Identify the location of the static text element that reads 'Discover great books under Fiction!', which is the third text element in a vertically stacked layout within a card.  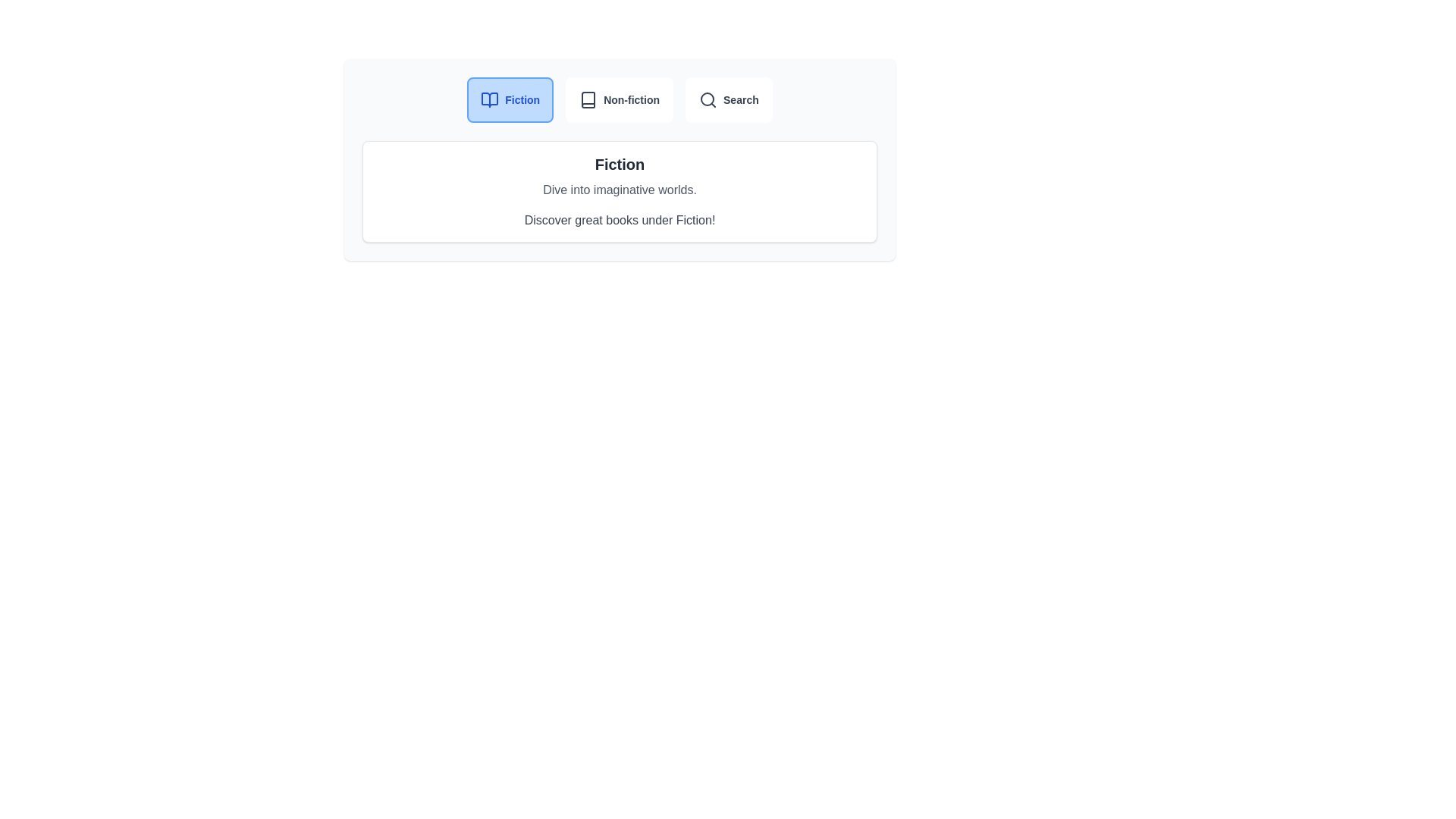
(620, 220).